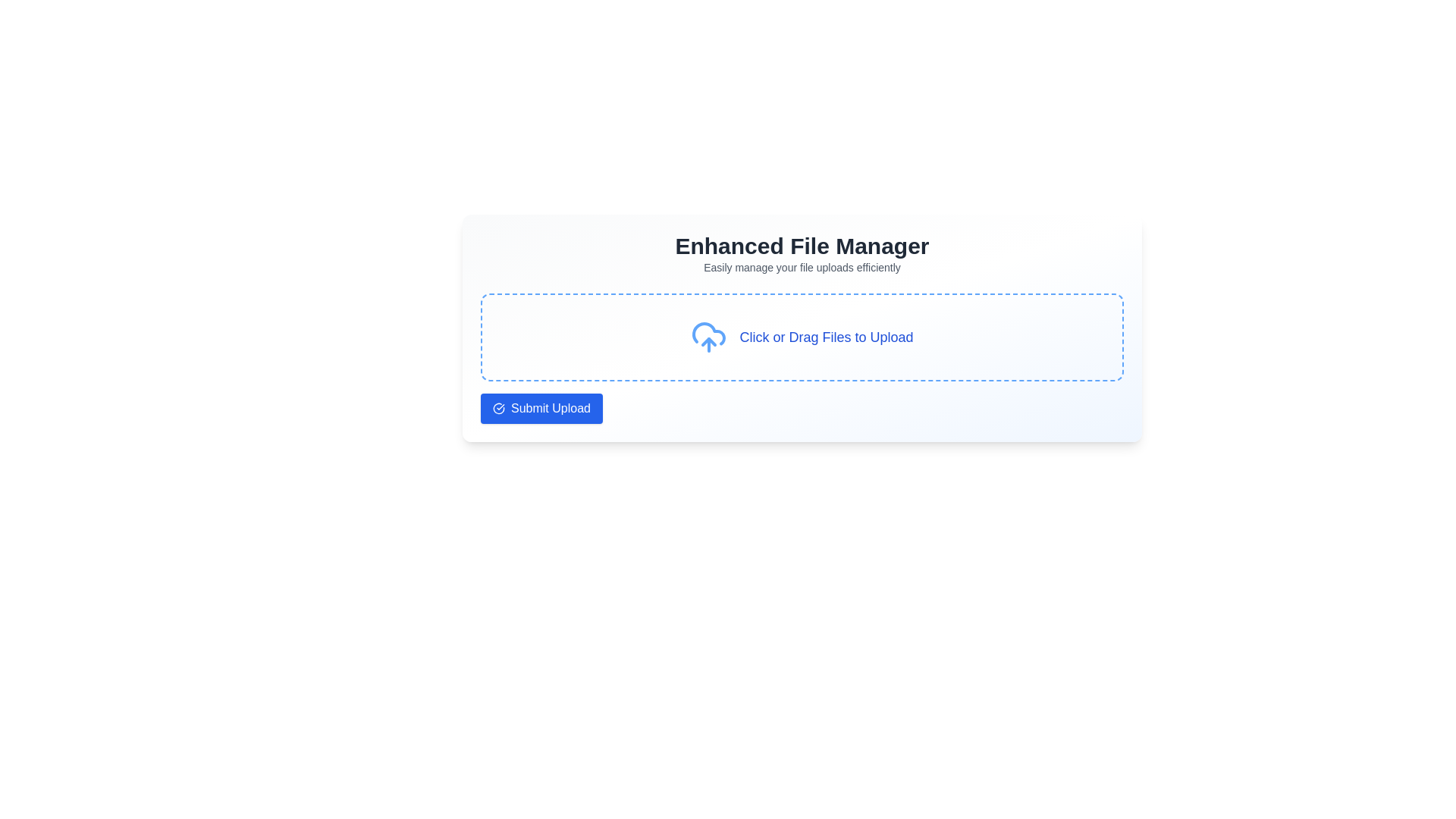  I want to click on instruction text label located in the center of the dashed-bordered box within the 'Enhanced File Manager' section, which prompts users to click or drag and drop files for uploading, so click(825, 336).